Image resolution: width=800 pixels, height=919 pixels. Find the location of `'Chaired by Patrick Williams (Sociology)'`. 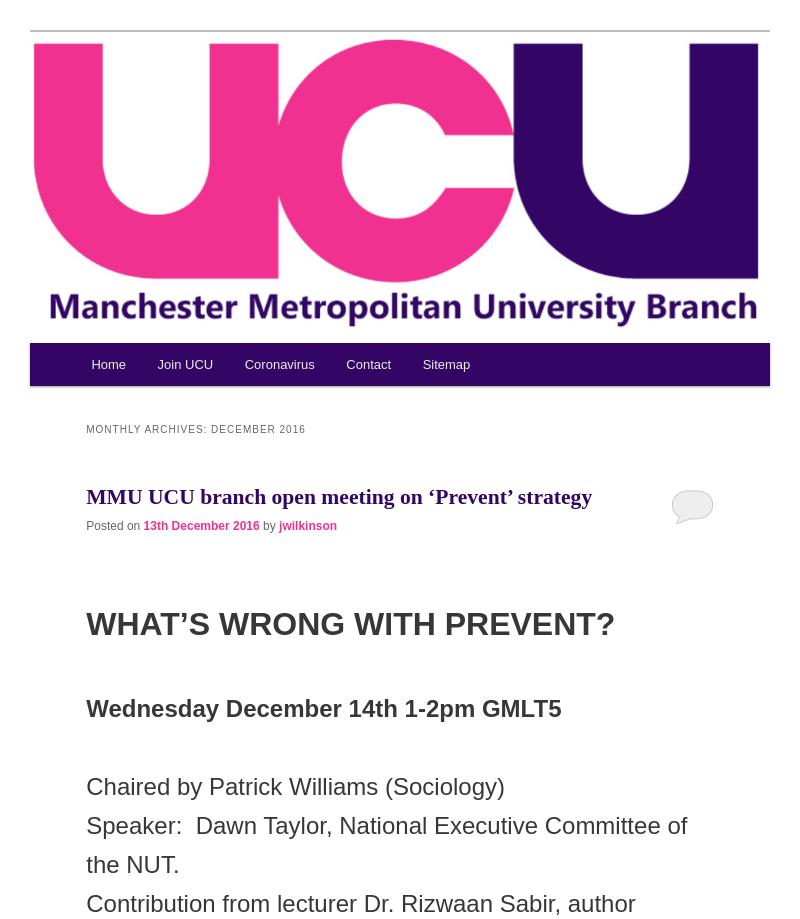

'Chaired by Patrick Williams (Sociology)' is located at coordinates (298, 786).